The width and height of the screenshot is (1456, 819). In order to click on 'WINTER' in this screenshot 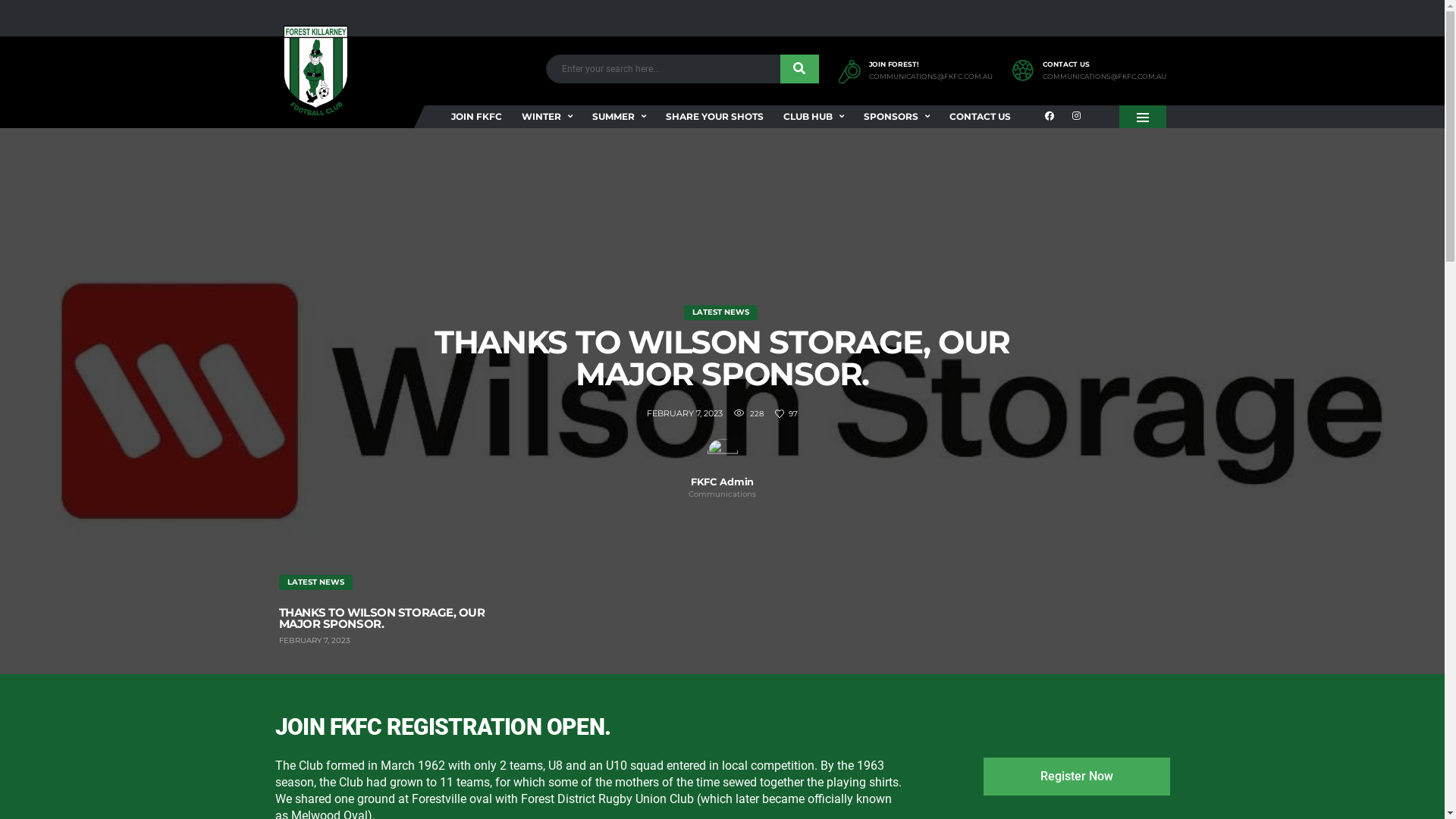, I will do `click(546, 116)`.